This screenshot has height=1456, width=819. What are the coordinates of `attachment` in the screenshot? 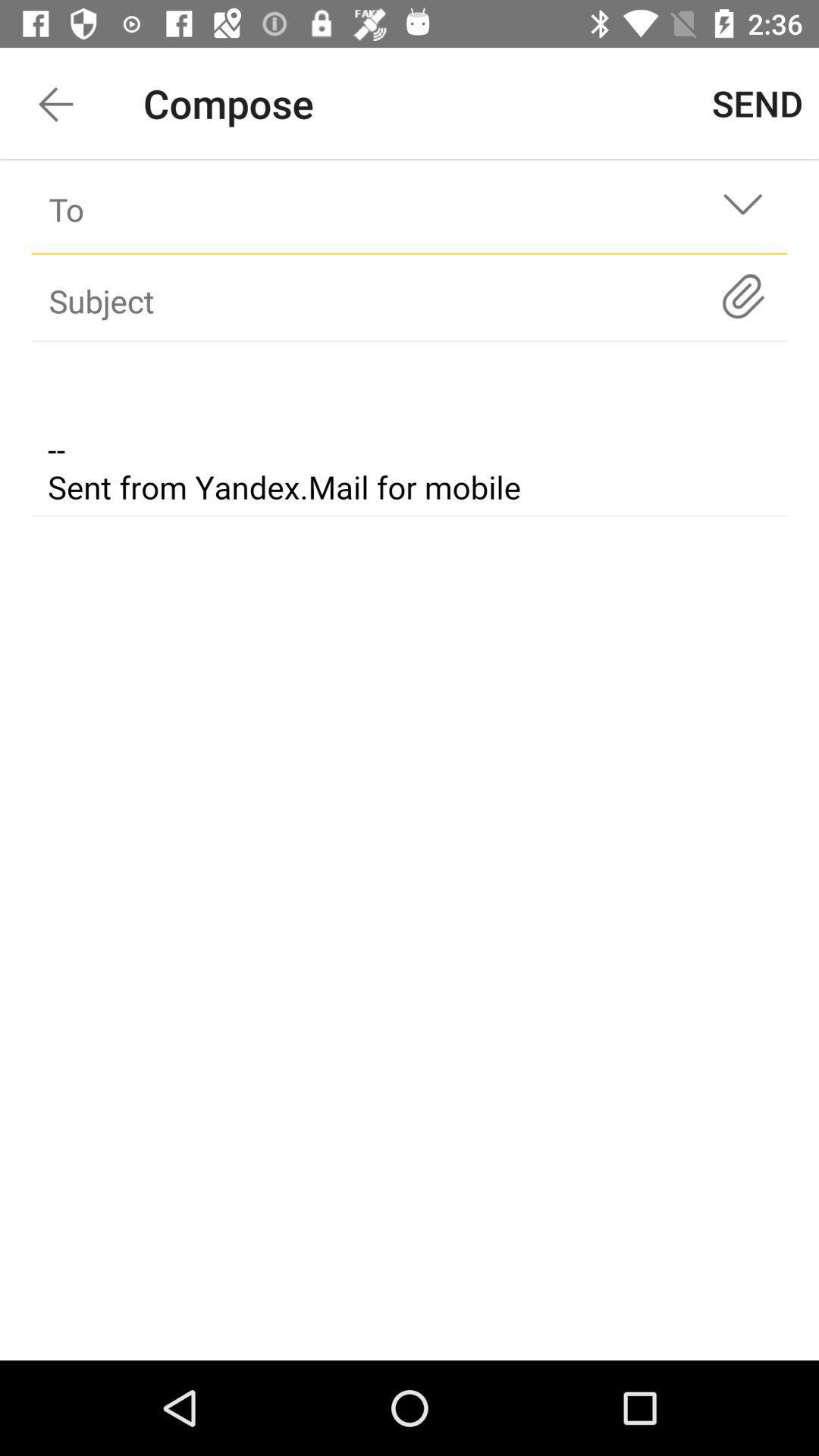 It's located at (742, 296).